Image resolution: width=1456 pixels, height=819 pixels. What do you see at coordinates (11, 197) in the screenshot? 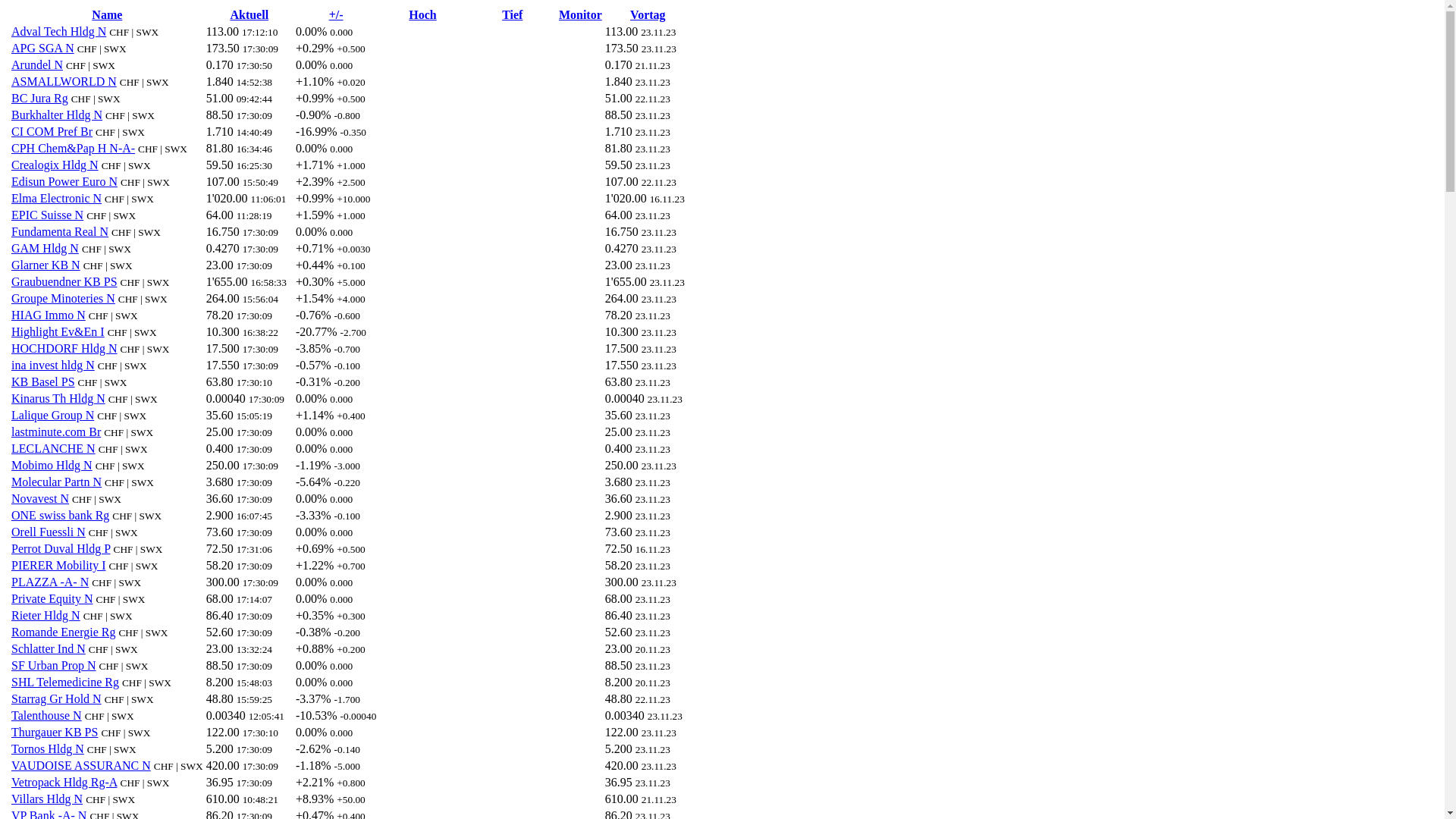
I see `'Elma Electronic N'` at bounding box center [11, 197].